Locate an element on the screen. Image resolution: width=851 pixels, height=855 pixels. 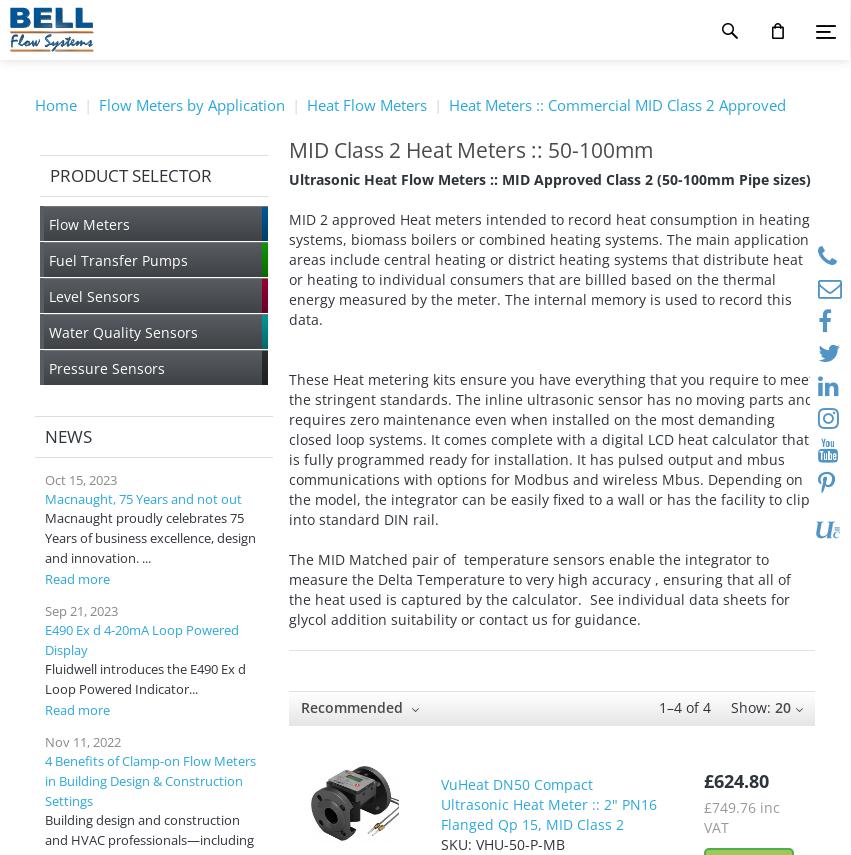
'MID Class 2 Heat Meters :: 50-100mm' is located at coordinates (469, 149).